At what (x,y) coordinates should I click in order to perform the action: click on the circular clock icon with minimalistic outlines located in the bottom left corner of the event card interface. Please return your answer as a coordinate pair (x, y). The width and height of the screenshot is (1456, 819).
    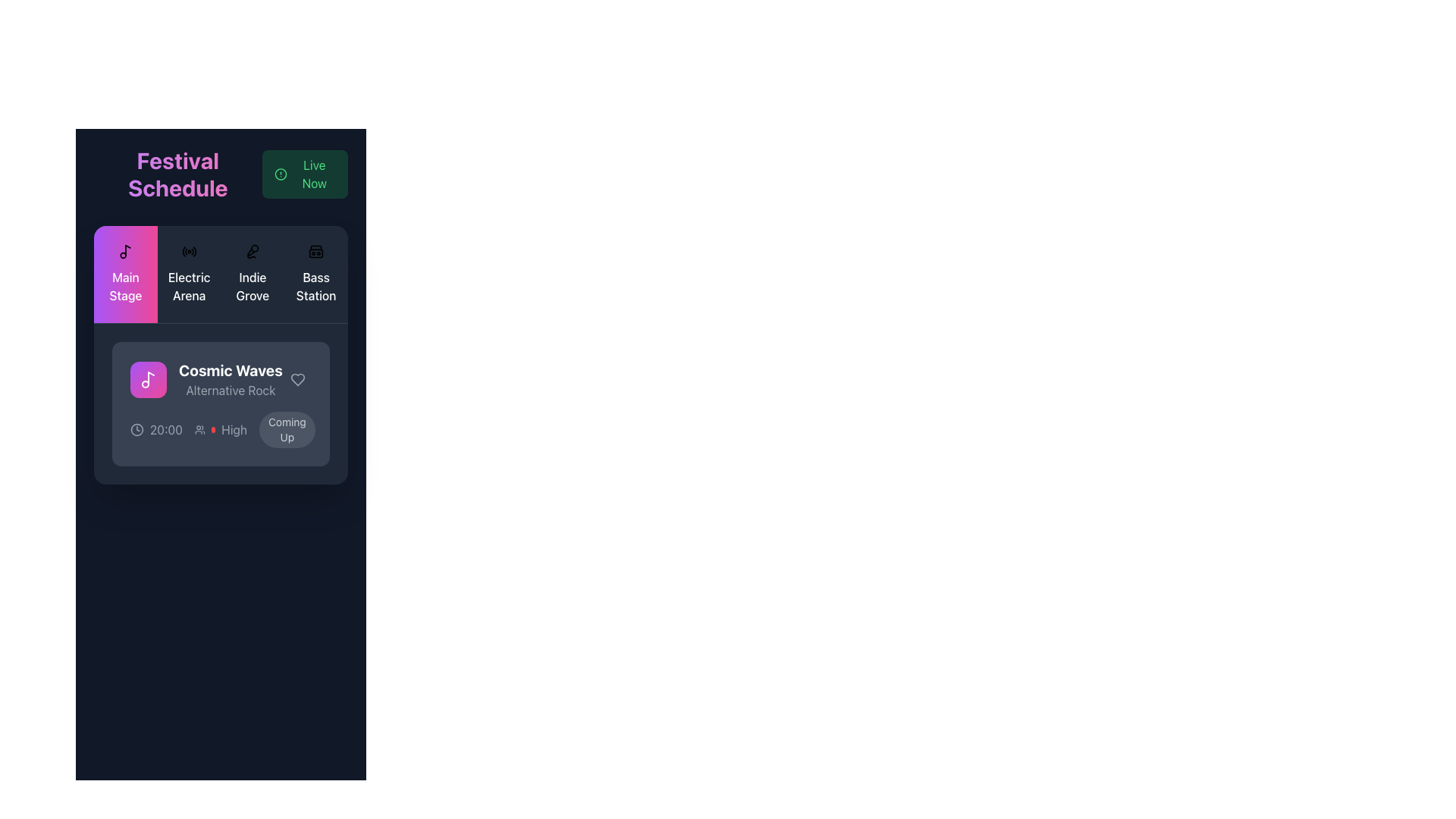
    Looking at the image, I should click on (137, 430).